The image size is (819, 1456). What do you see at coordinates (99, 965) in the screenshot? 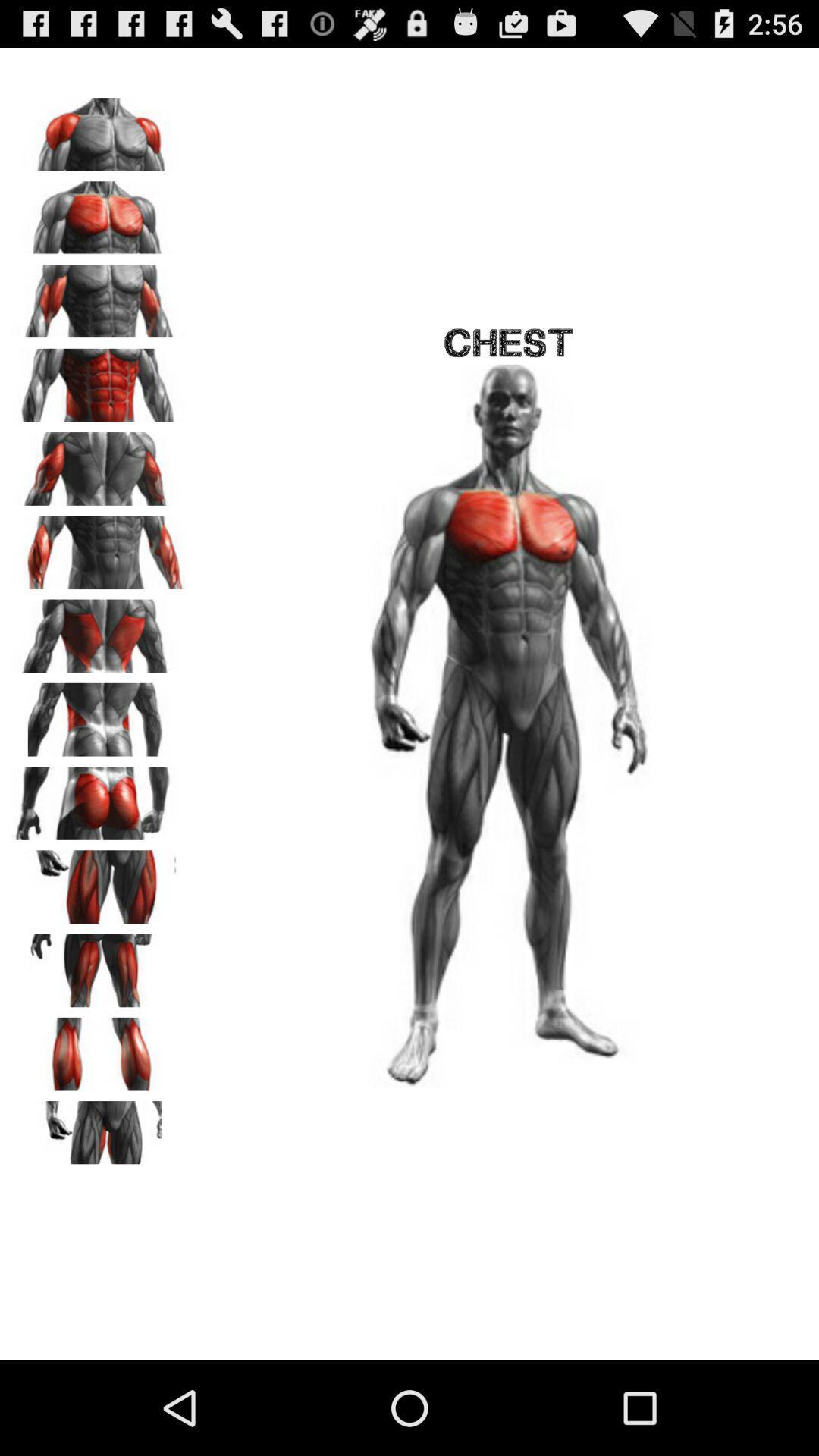
I see `show hamstrings` at bounding box center [99, 965].